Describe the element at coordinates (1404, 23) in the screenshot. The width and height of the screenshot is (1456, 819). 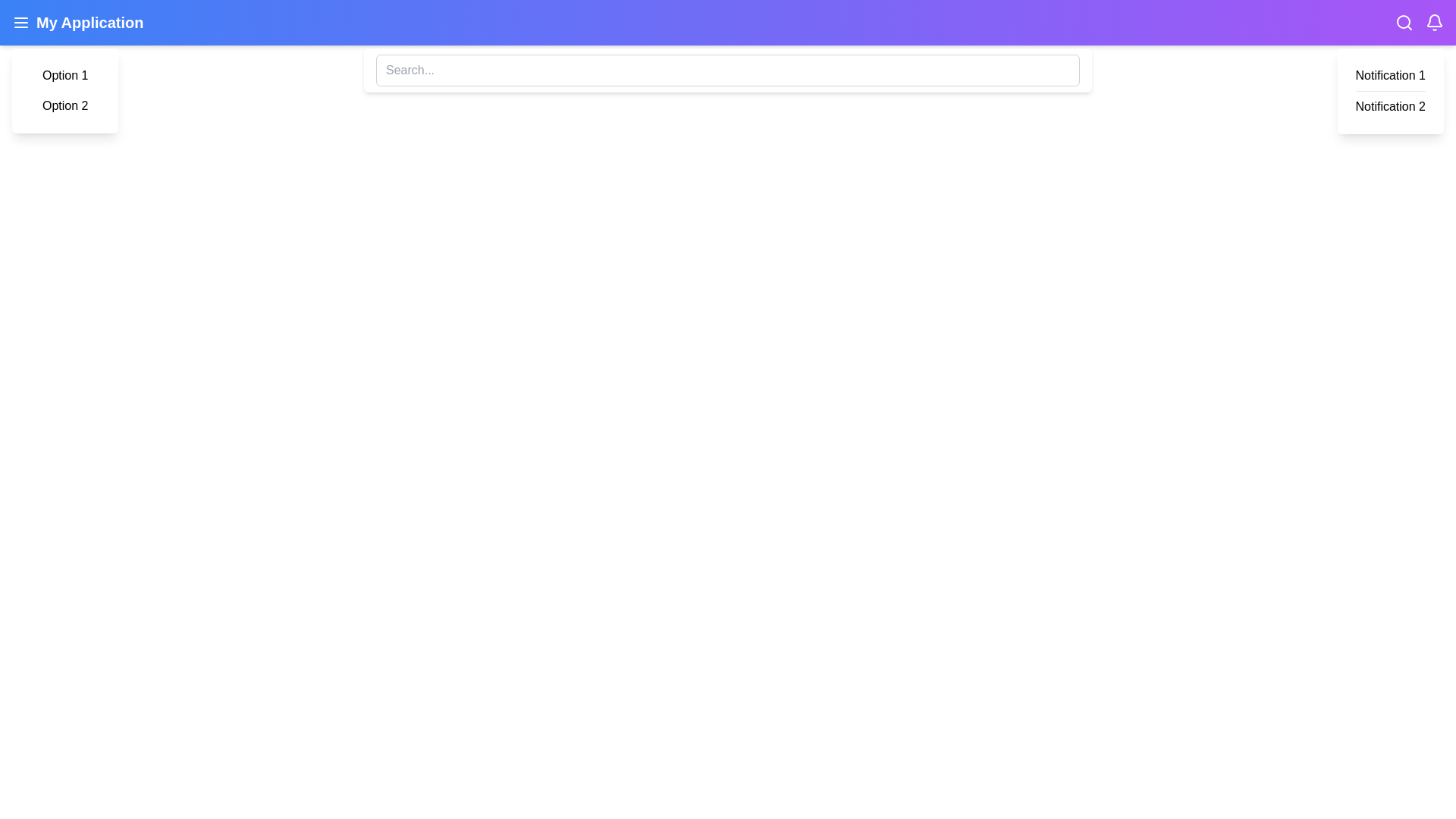
I see `the search icon resembling a magnifying glass located at the top-right corner of the application interface to initiate a search action` at that location.